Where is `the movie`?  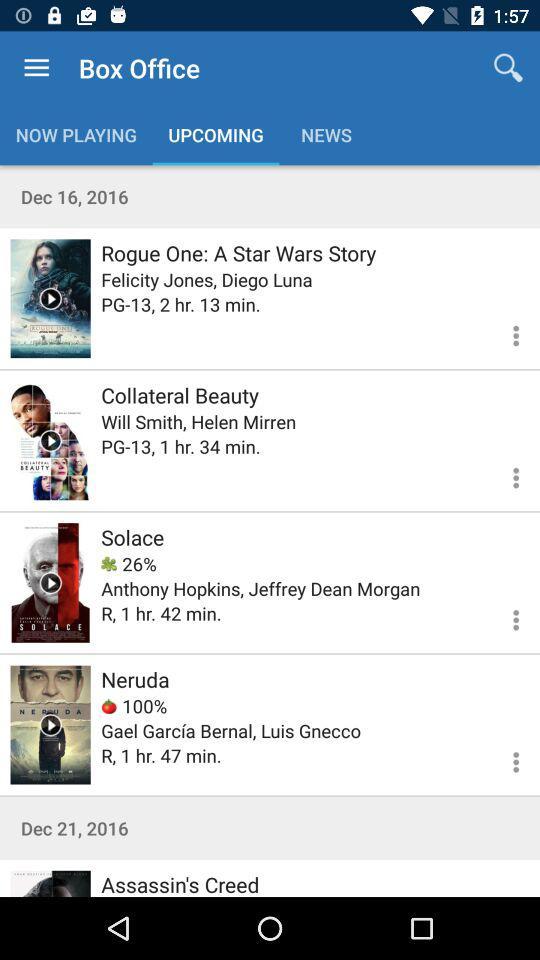 the movie is located at coordinates (50, 297).